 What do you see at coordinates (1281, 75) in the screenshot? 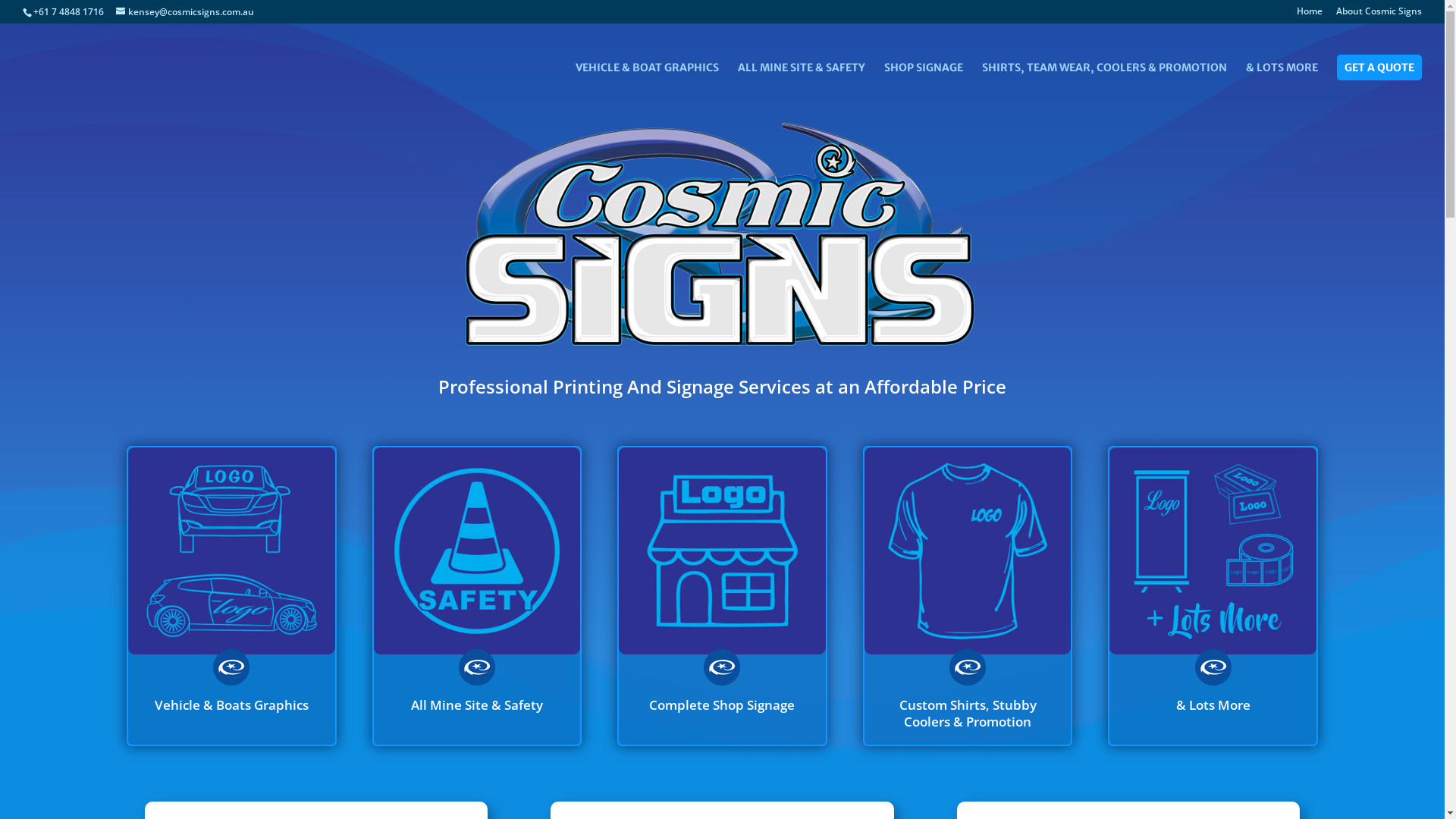
I see `'& LOTS MORE'` at bounding box center [1281, 75].